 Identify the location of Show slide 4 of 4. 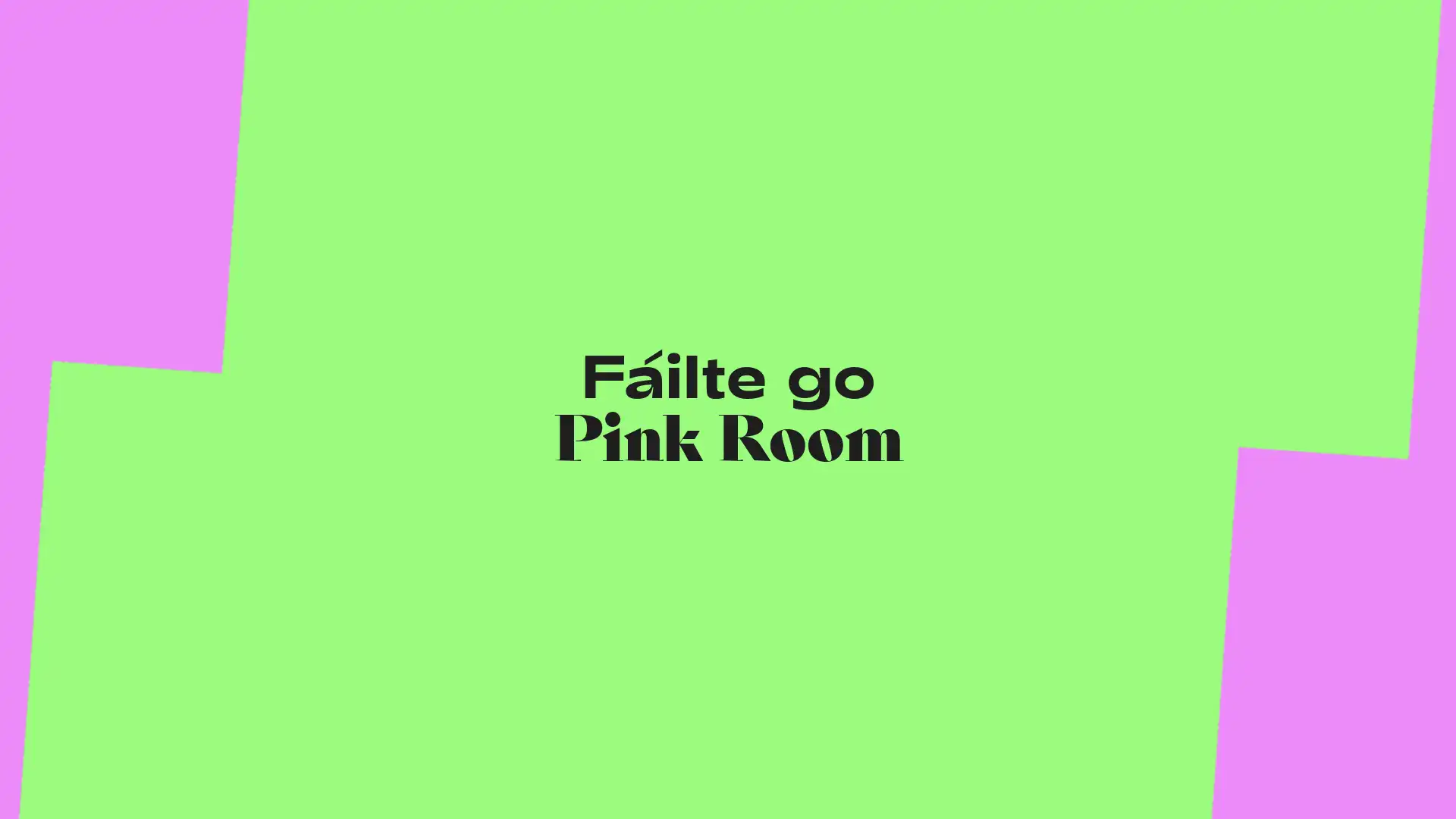
(638, 400).